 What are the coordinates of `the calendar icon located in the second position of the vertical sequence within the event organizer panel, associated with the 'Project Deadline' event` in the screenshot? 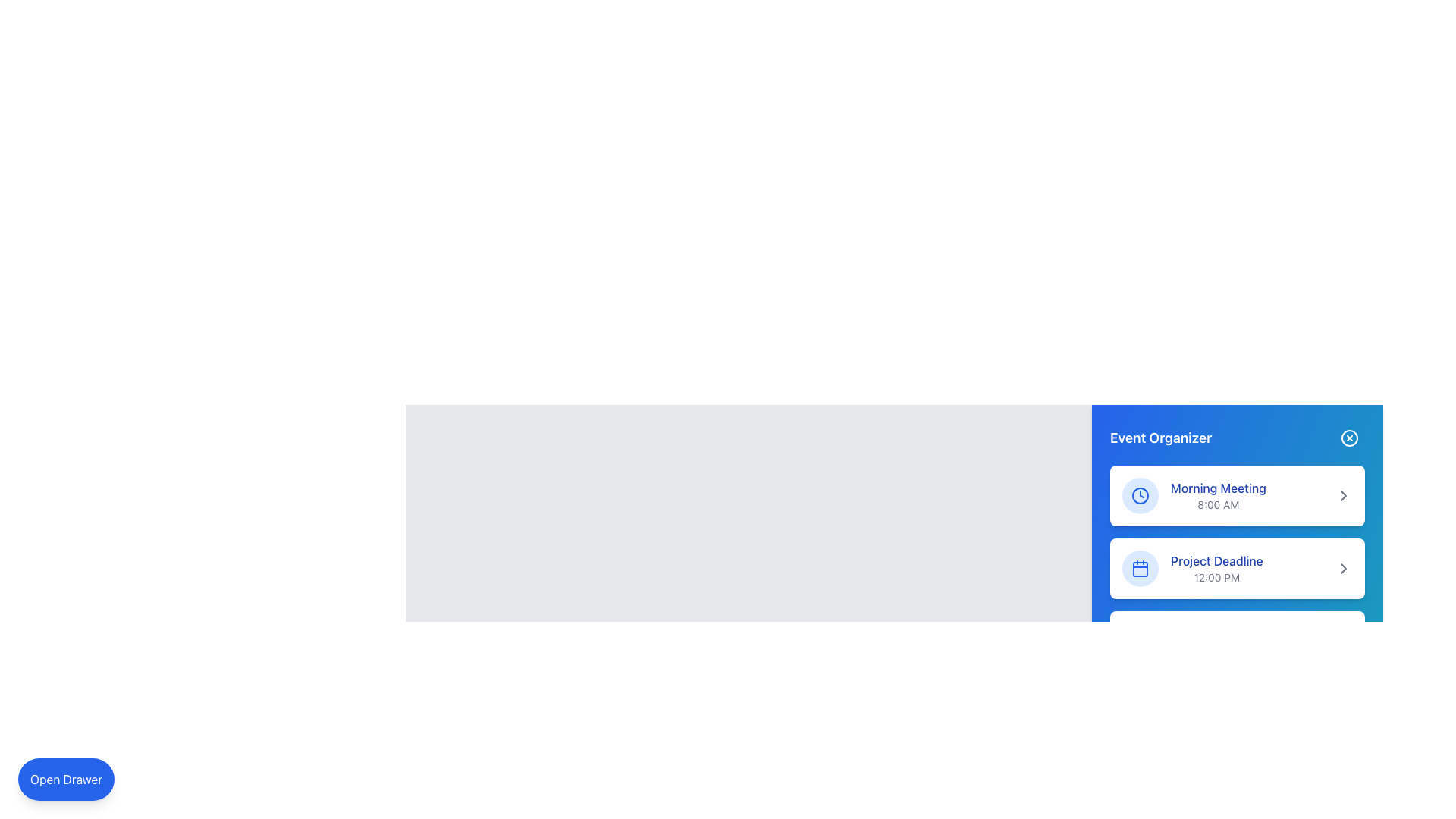 It's located at (1140, 568).